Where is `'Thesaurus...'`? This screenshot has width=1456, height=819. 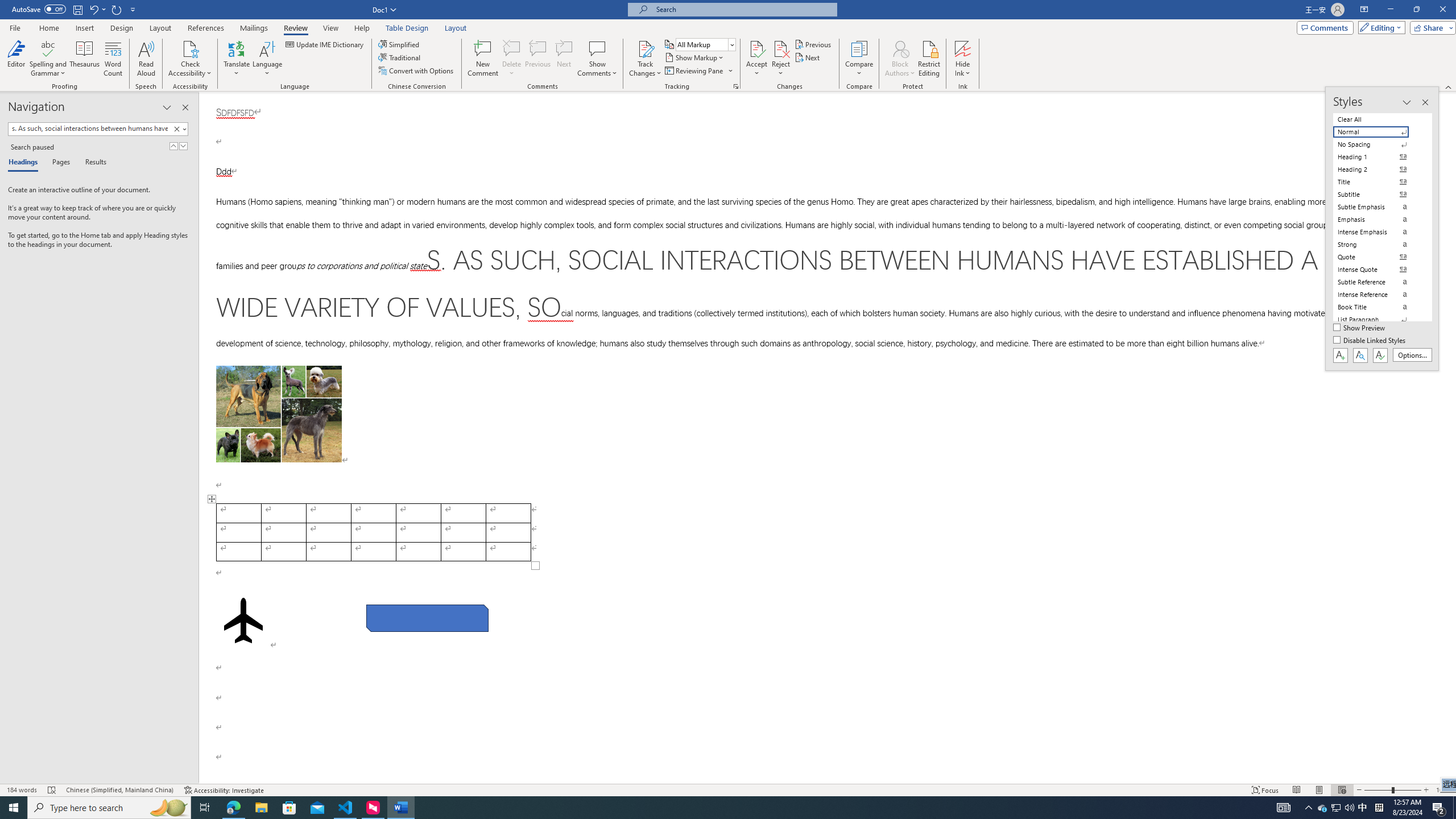 'Thesaurus...' is located at coordinates (84, 59).